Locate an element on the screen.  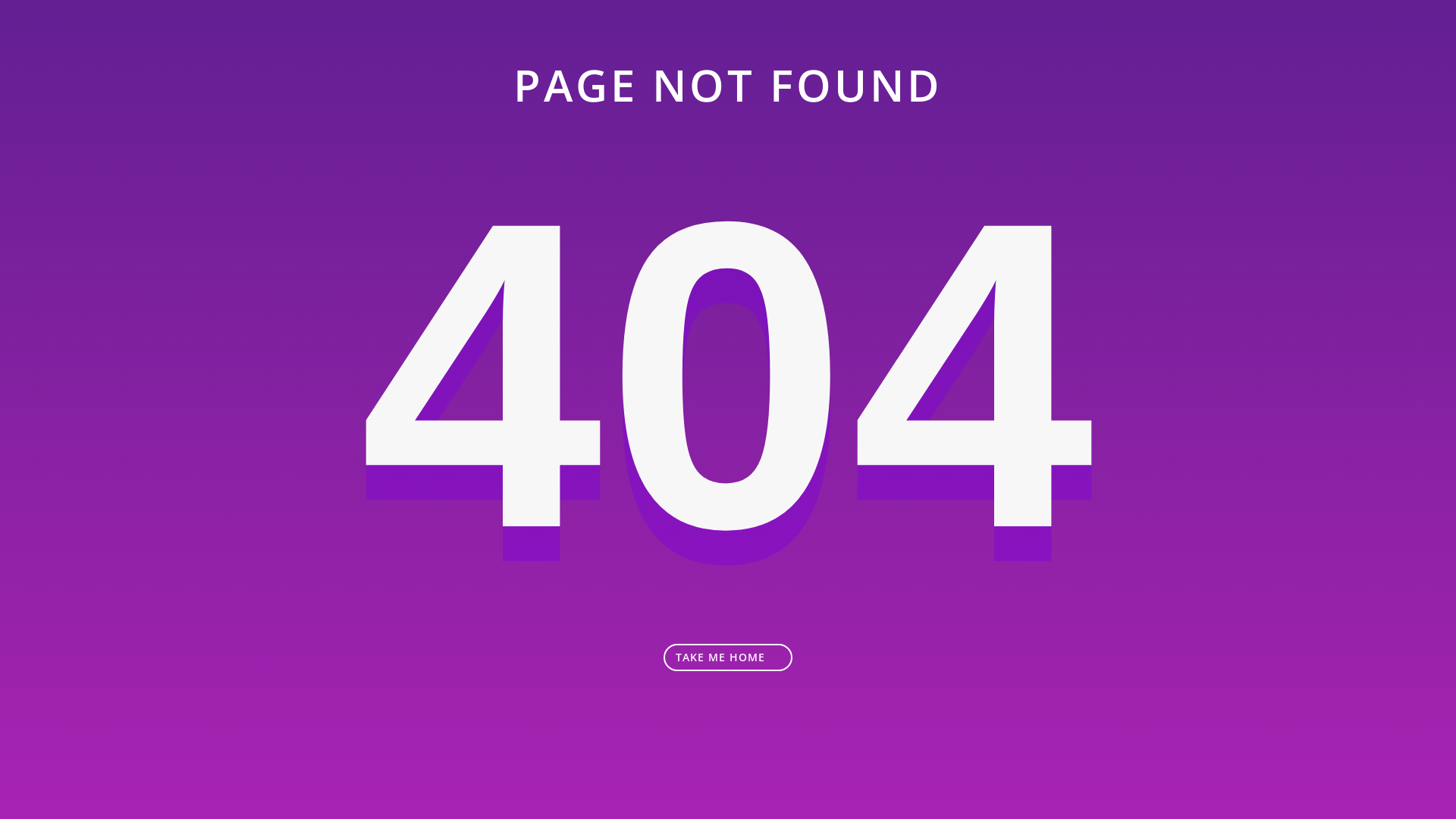
'TAKE ME HOME' is located at coordinates (728, 657).